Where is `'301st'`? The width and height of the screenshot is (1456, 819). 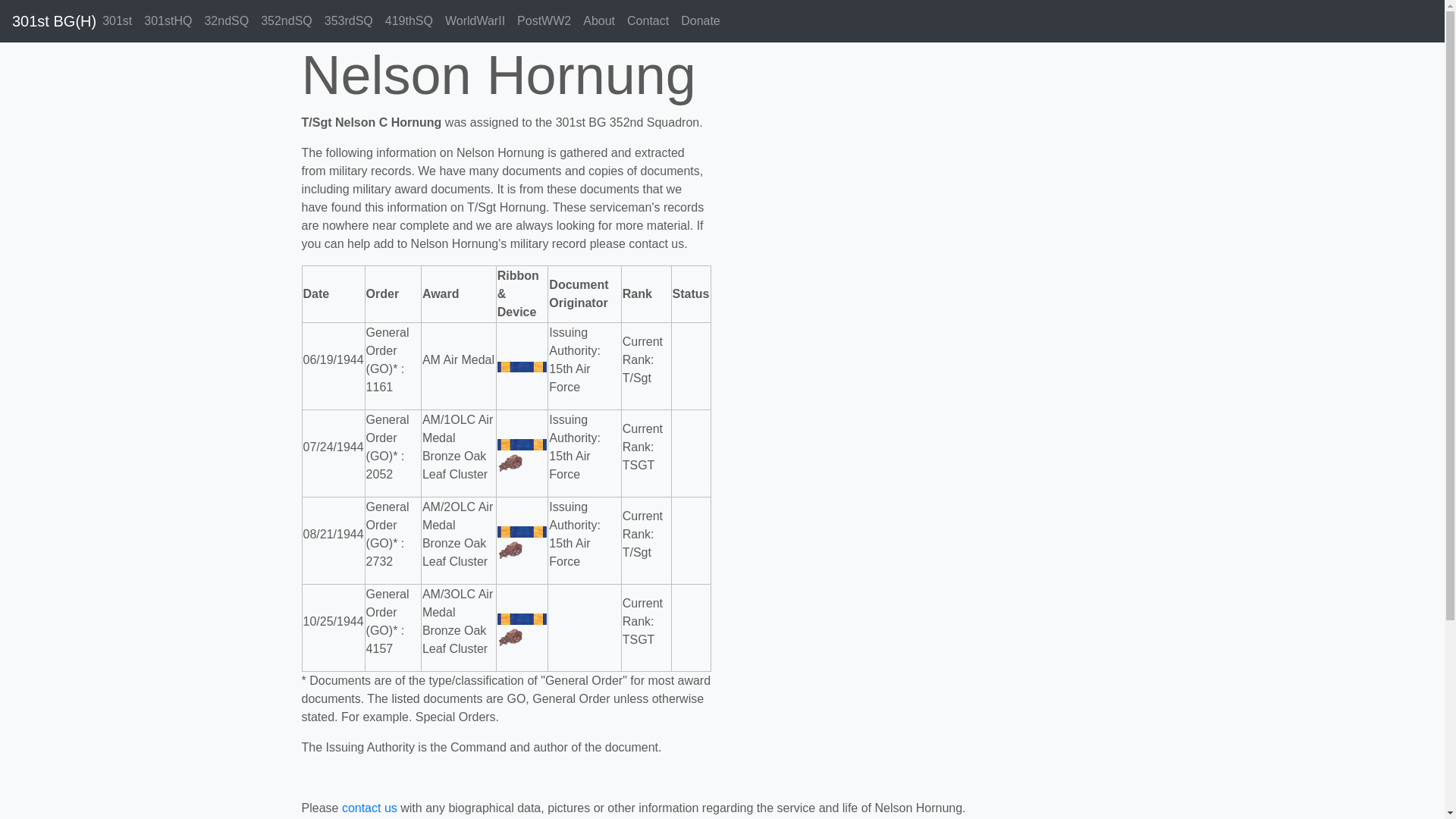
'301st' is located at coordinates (116, 20).